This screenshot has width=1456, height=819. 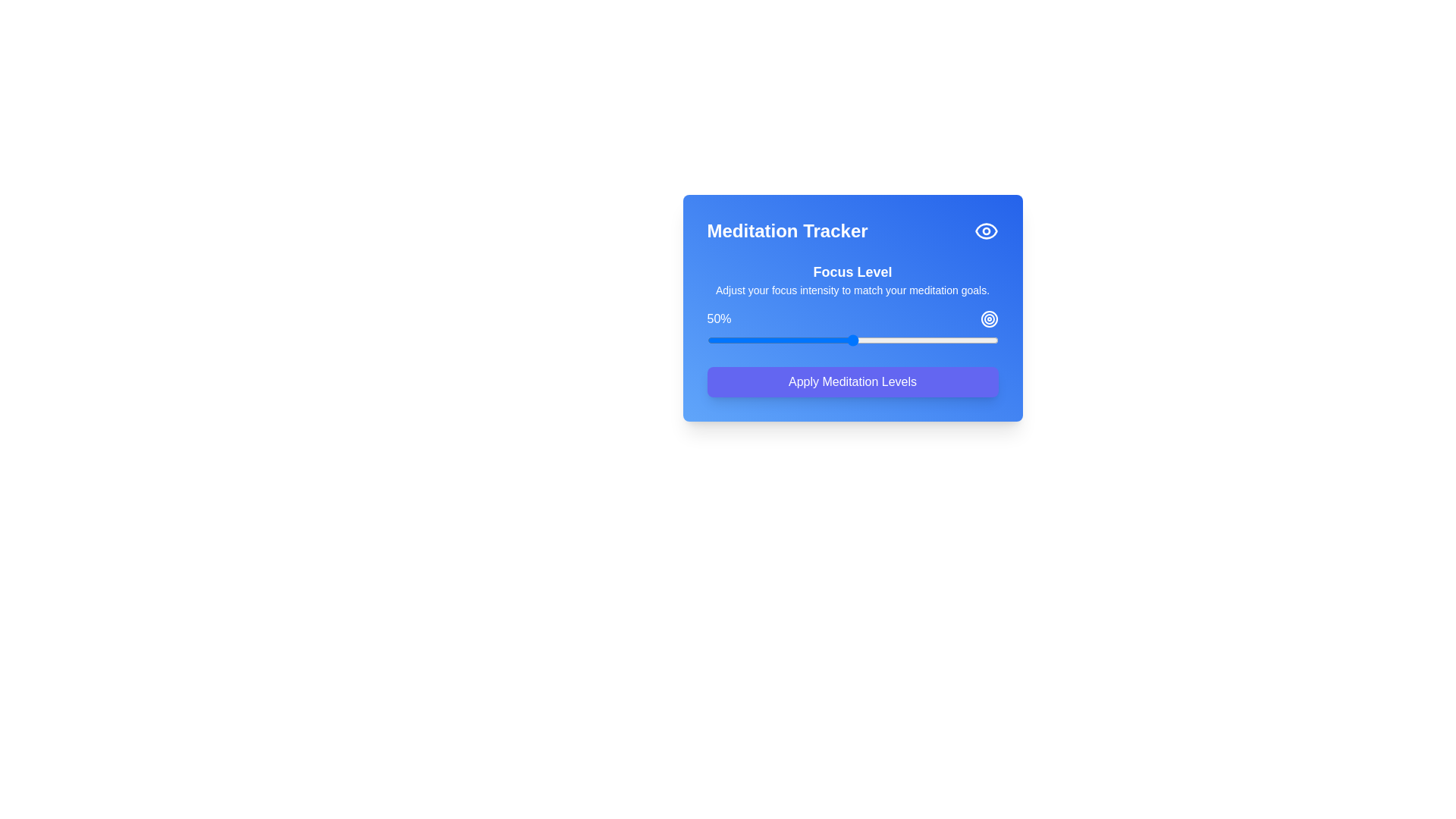 I want to click on the focus level, so click(x=745, y=339).